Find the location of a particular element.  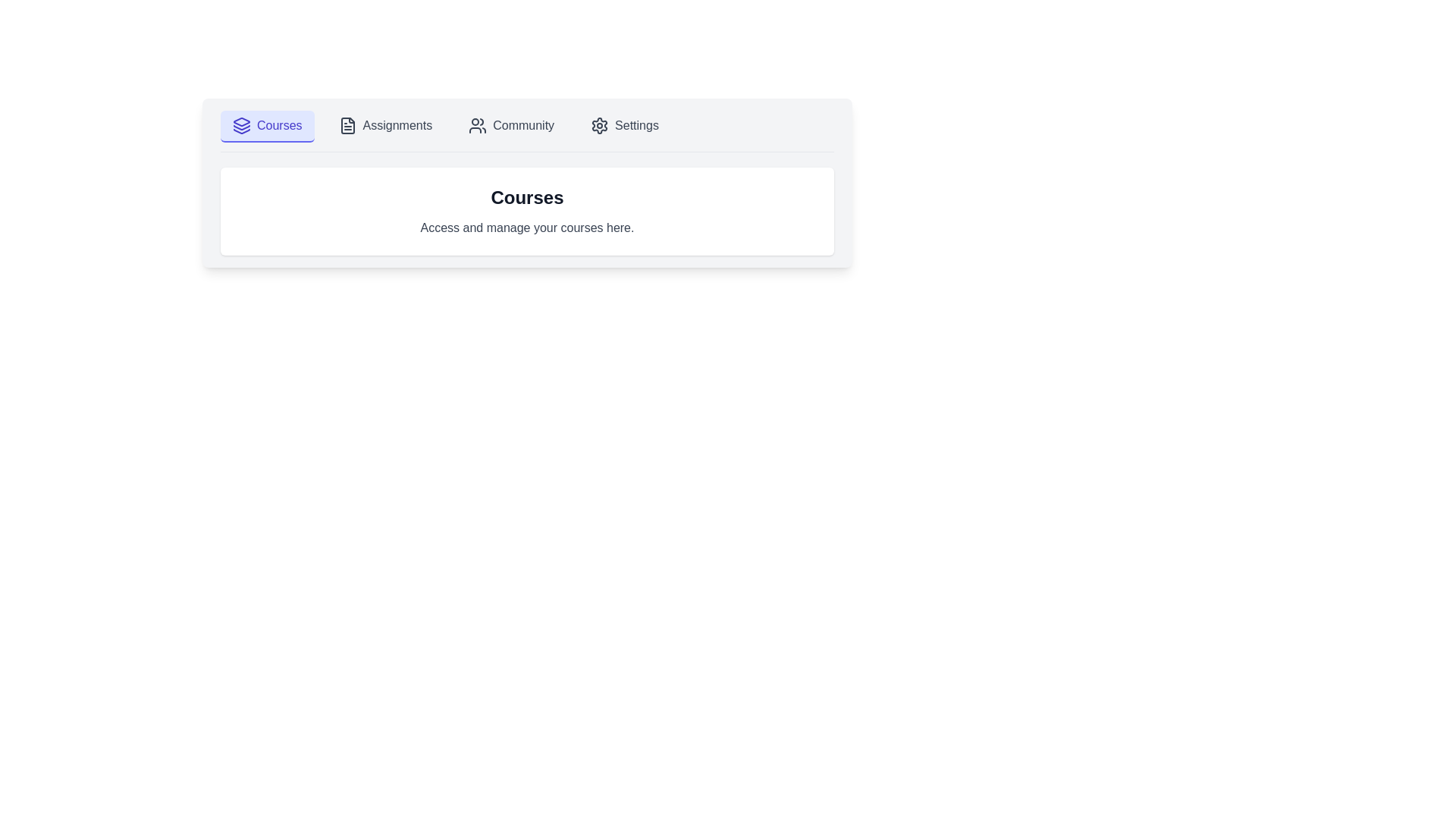

the static text that reads 'Access and manage your courses here.' by moving the cursor to its center point for reading is located at coordinates (527, 227).